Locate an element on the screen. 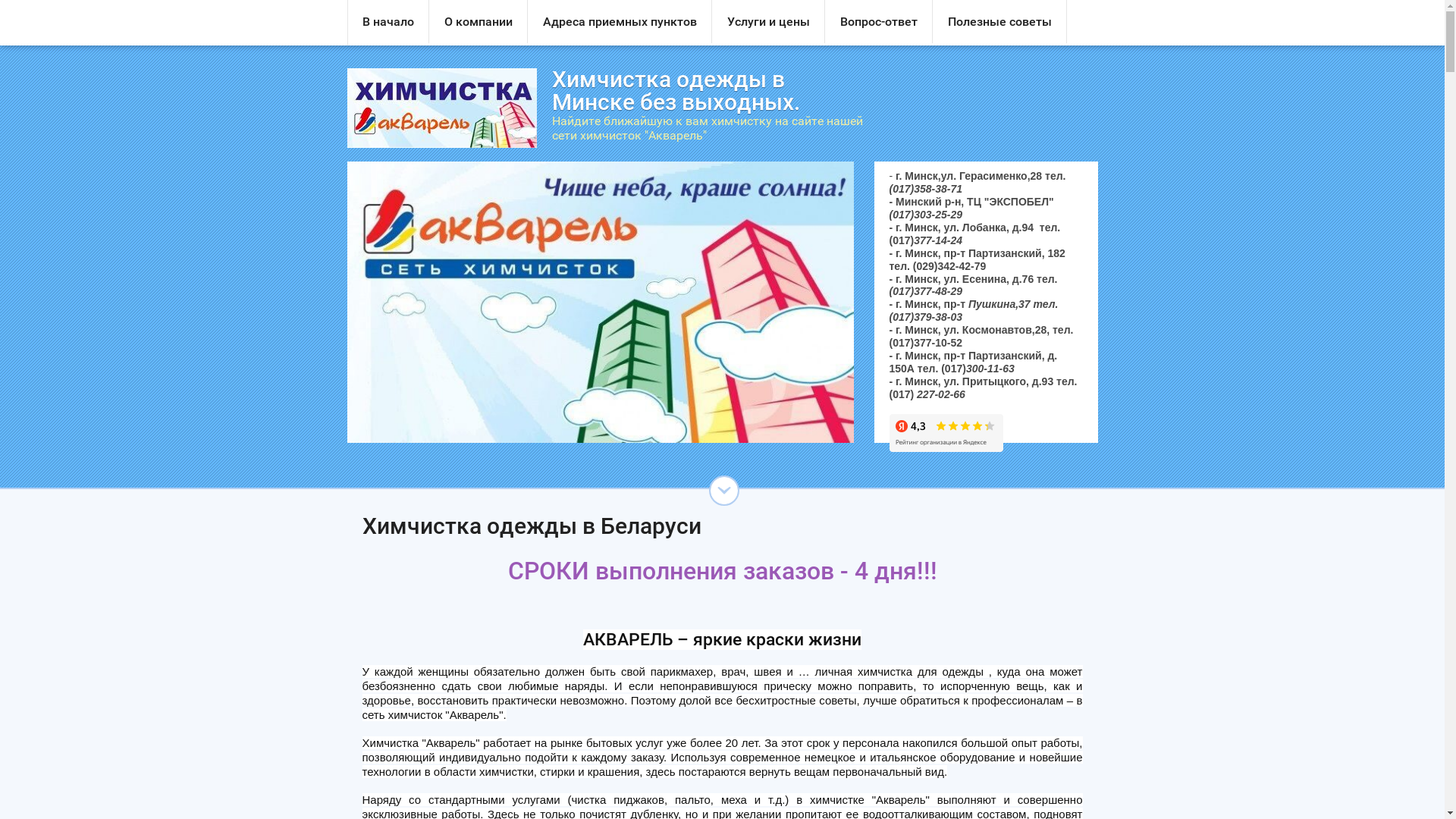  '(017) 227-02-66' is located at coordinates (926, 394).